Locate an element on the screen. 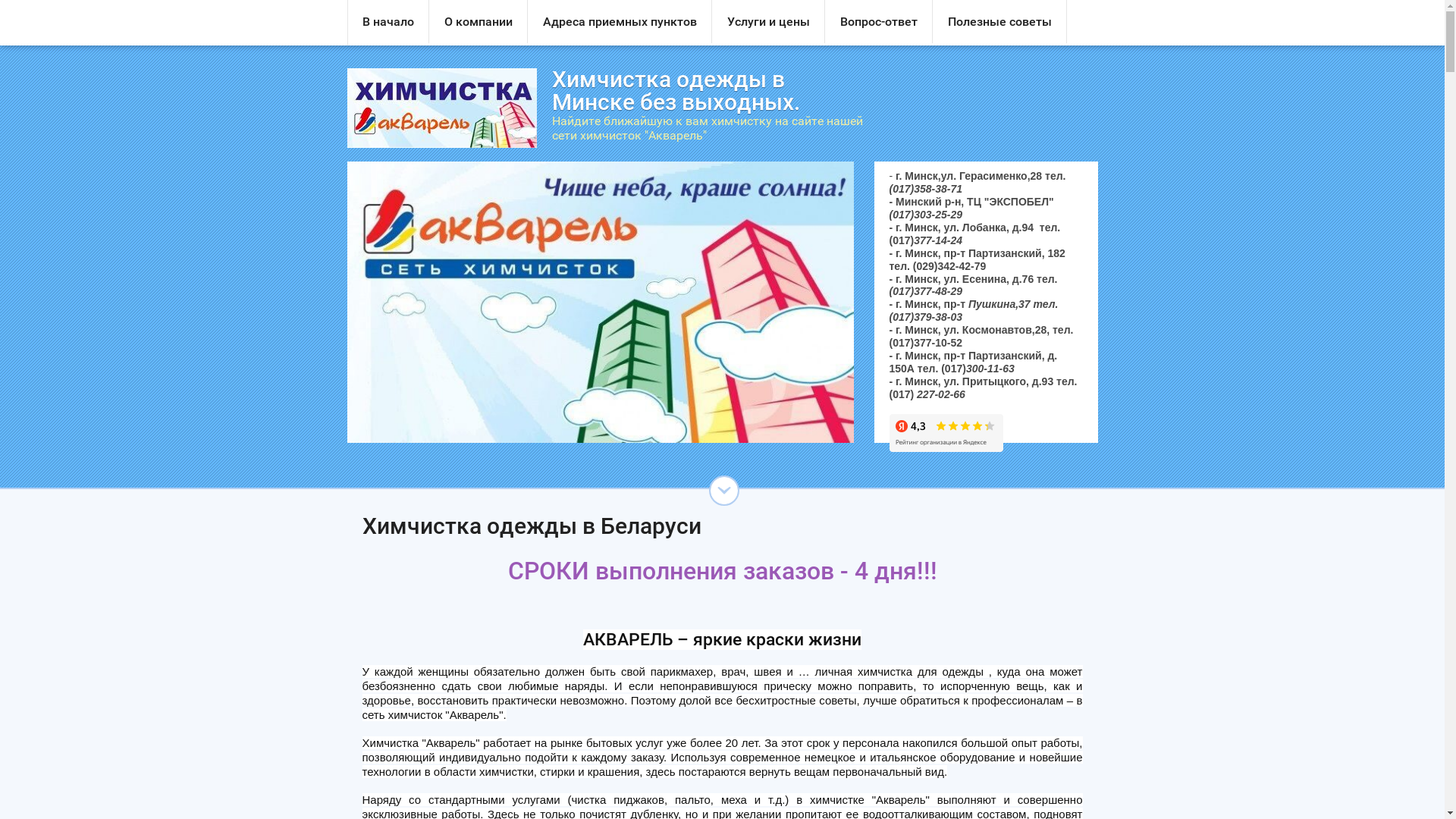  '(017) 227-02-66' is located at coordinates (926, 394).